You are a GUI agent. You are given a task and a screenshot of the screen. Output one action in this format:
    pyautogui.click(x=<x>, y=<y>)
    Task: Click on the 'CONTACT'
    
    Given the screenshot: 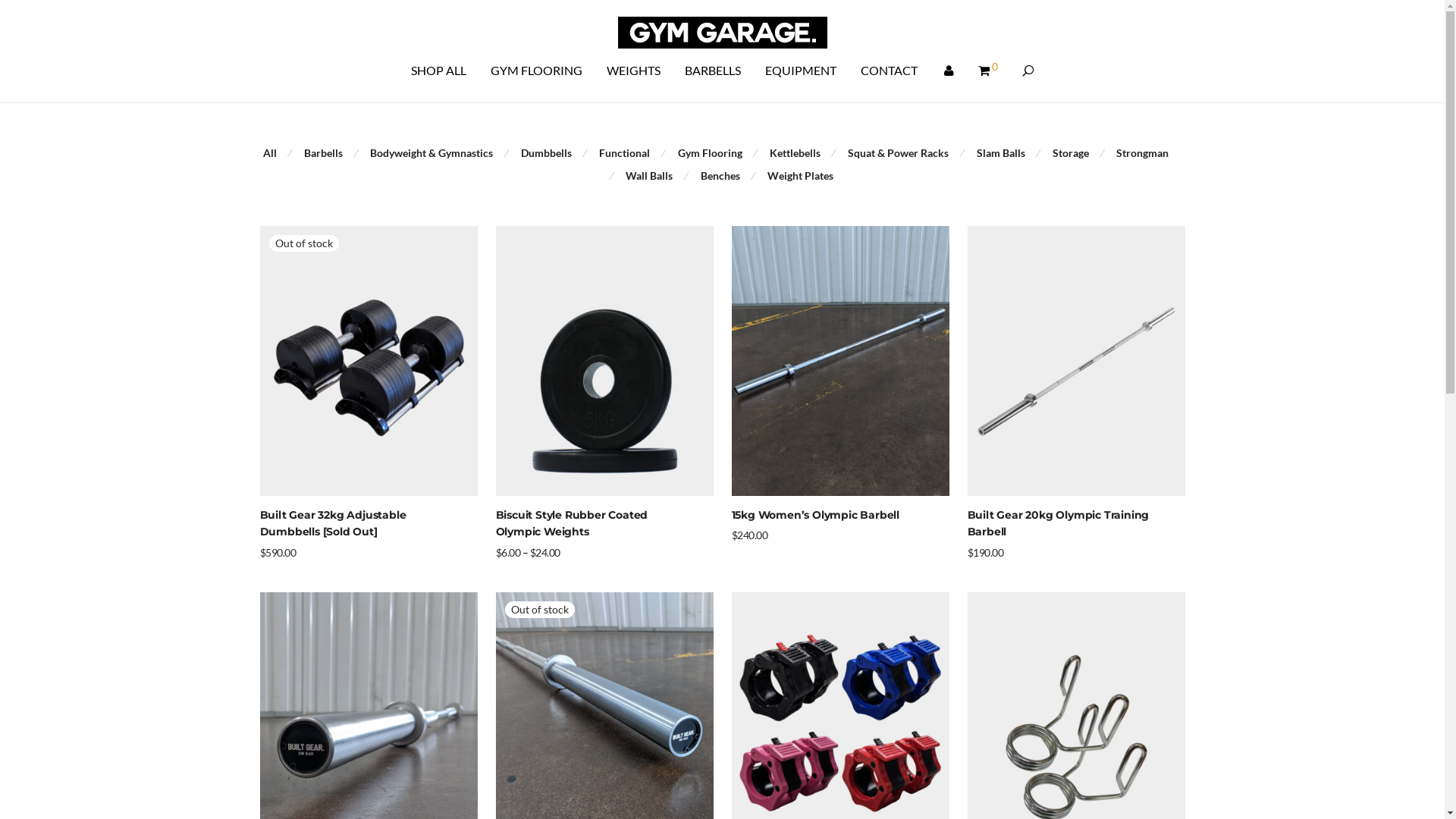 What is the action you would take?
    pyautogui.click(x=888, y=70)
    